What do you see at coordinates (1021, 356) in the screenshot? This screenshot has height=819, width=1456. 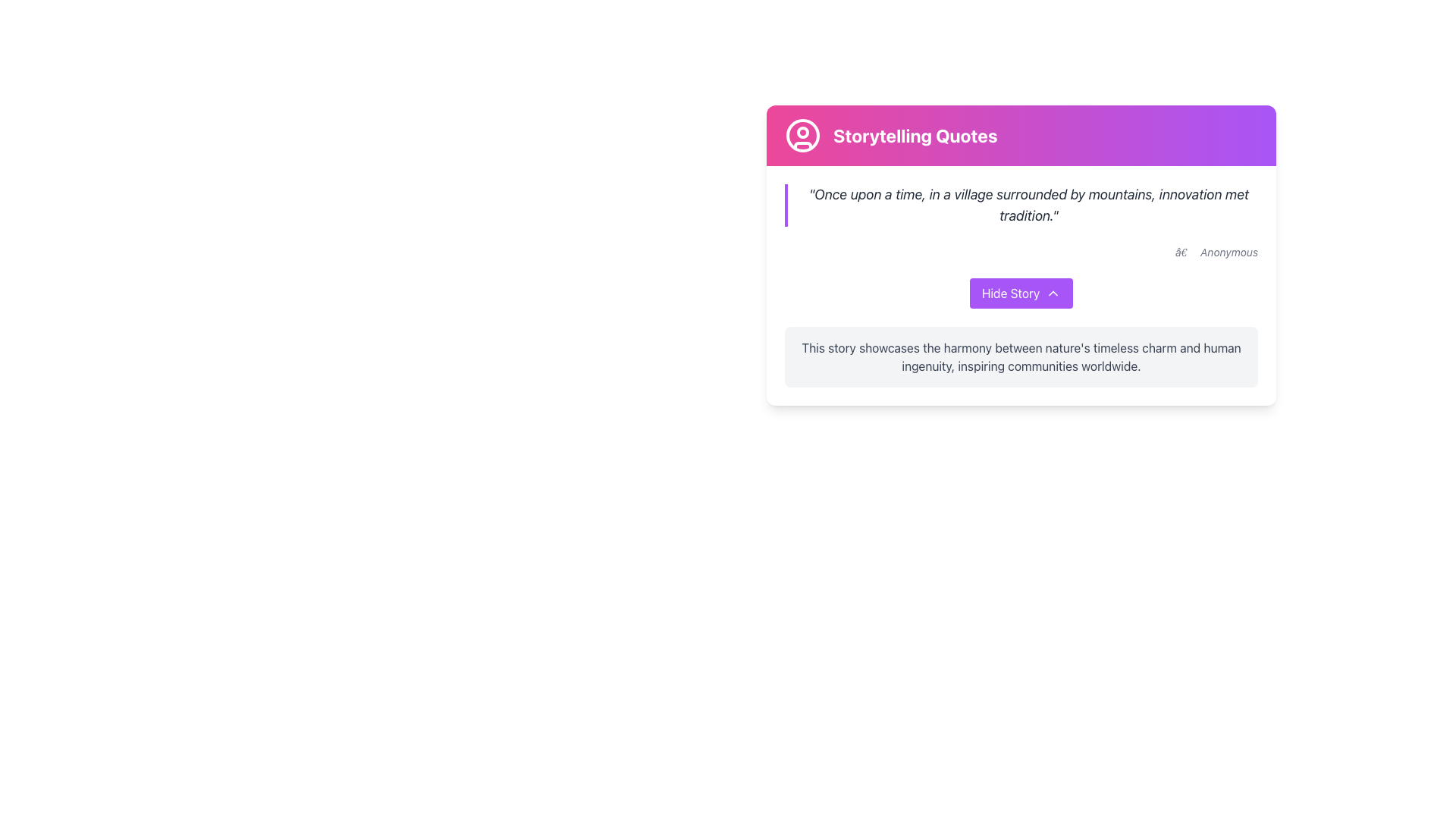 I see `the Text block located at the bottom of the vertically structured layout, which displays descriptive textual content about the story` at bounding box center [1021, 356].